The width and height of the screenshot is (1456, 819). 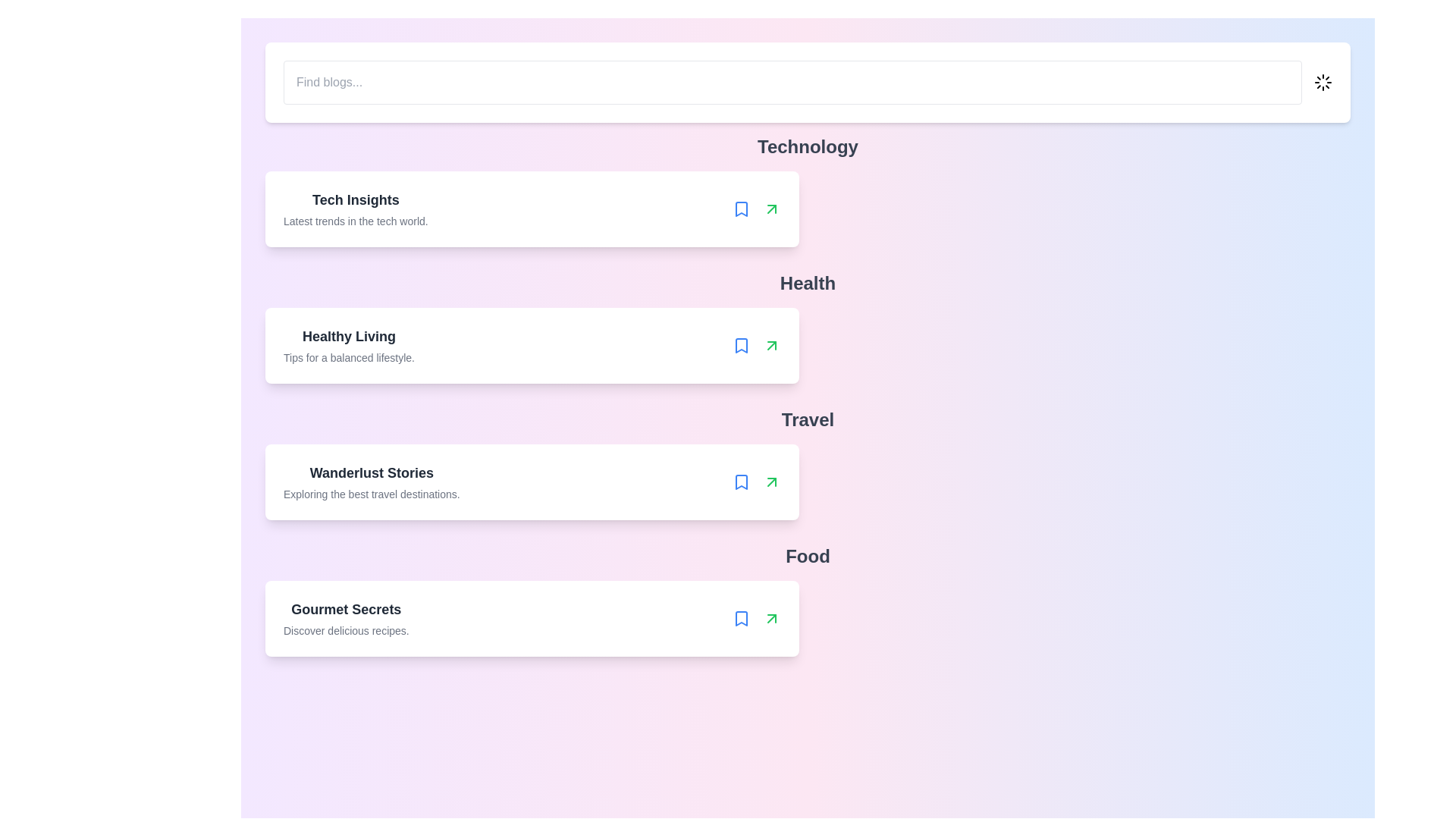 What do you see at coordinates (756, 482) in the screenshot?
I see `the green arrow icon located at the bottom-right corner of the 'Wanderlust Stories' card in the 'Travel' section` at bounding box center [756, 482].